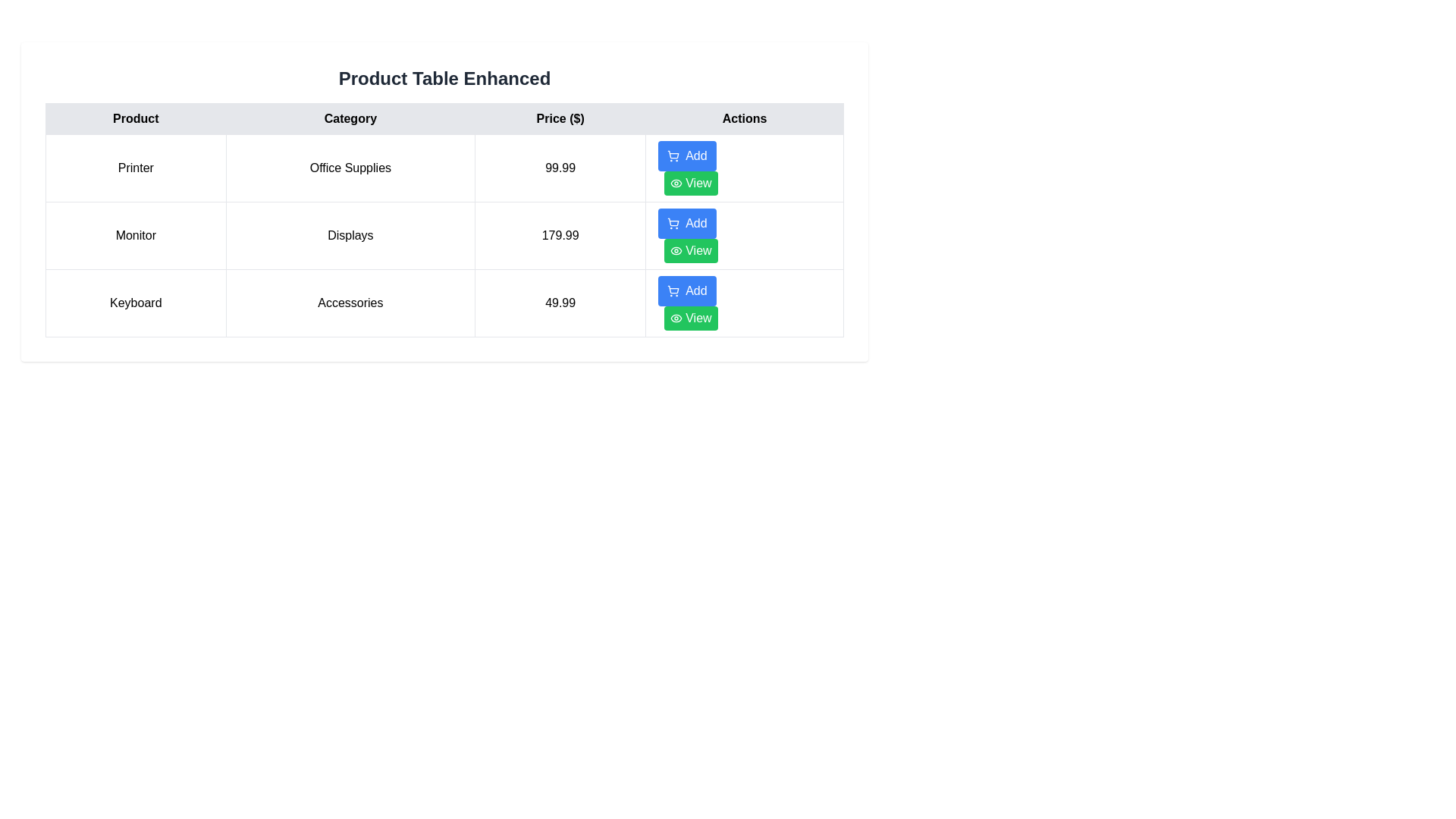 The width and height of the screenshot is (1456, 819). I want to click on the 'Add' button with a shopping cart icon, so click(686, 223).